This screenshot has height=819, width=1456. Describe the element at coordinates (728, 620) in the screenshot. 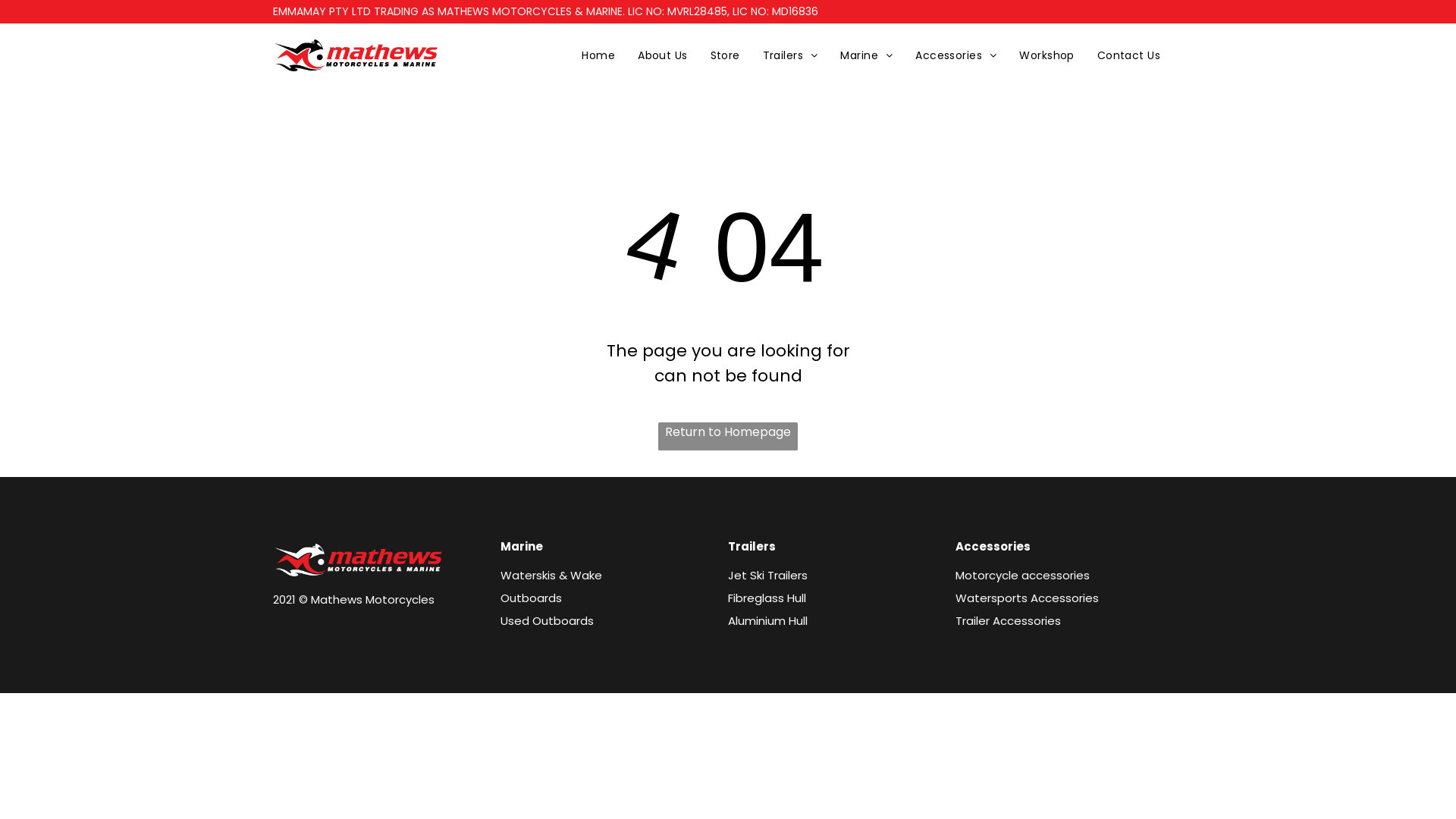

I see `'Aluminium Hull'` at that location.